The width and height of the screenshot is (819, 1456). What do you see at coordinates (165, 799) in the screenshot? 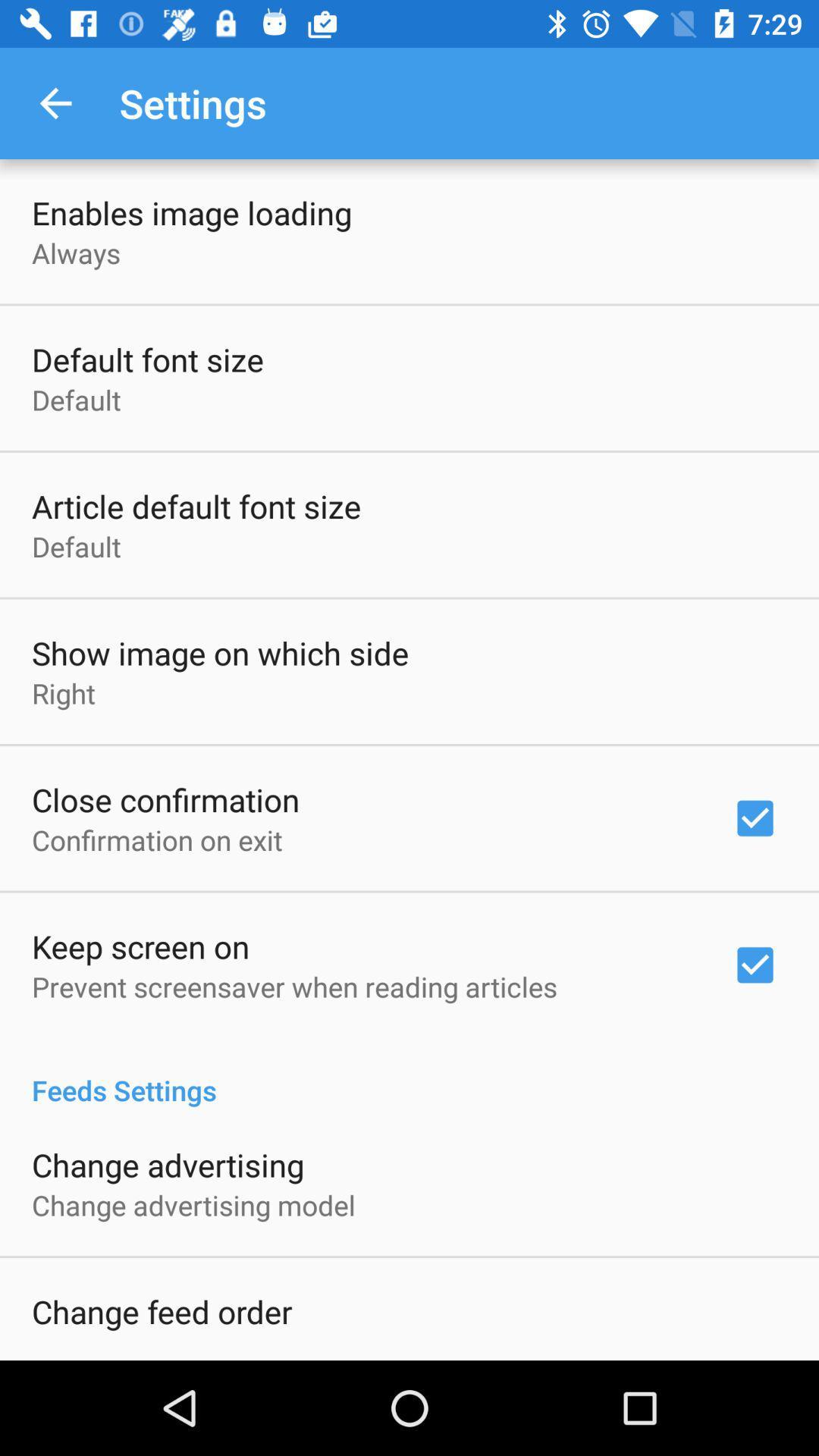
I see `the item below the right icon` at bounding box center [165, 799].